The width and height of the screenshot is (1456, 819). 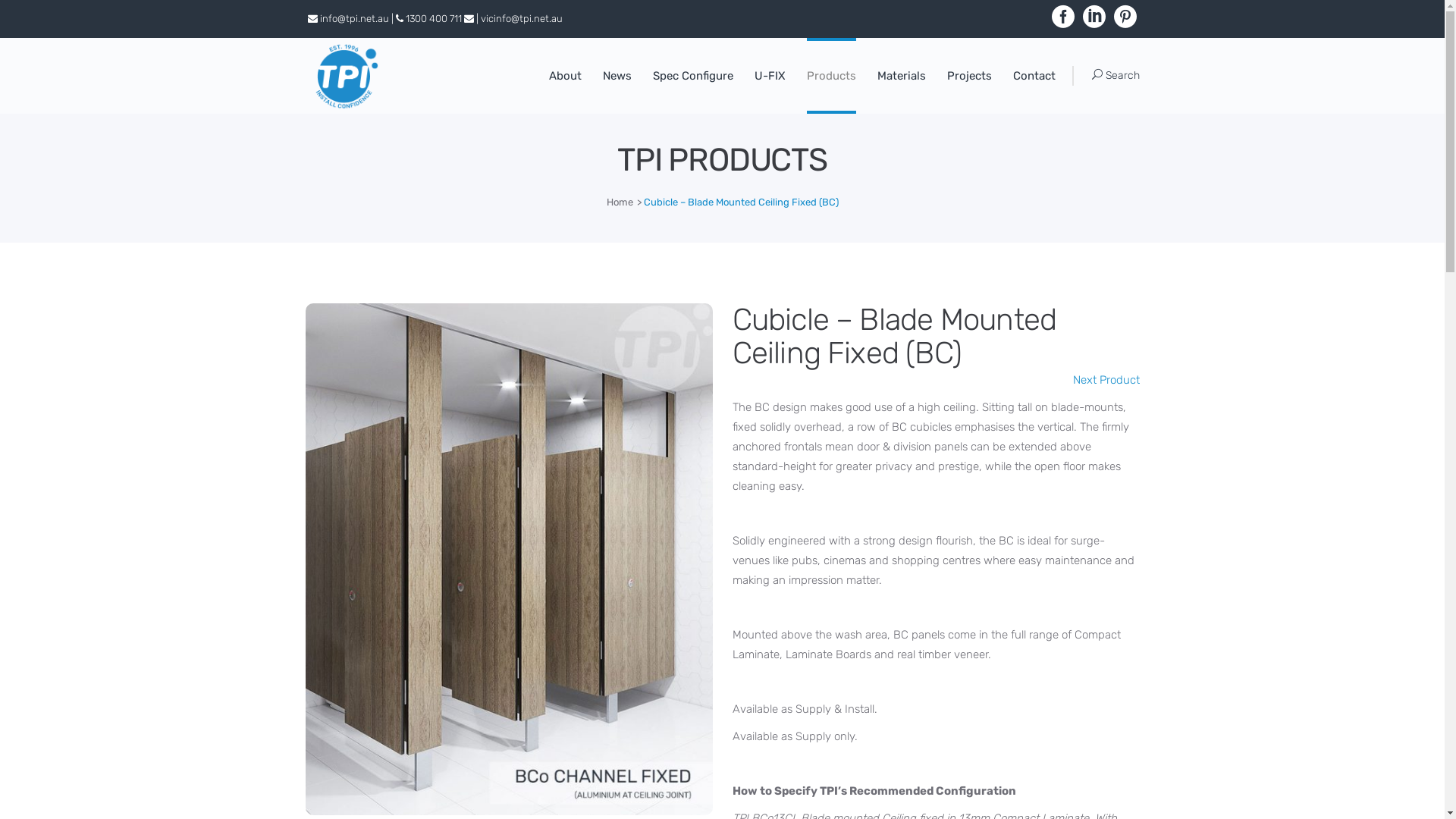 I want to click on 'Contact', so click(x=1002, y=75).